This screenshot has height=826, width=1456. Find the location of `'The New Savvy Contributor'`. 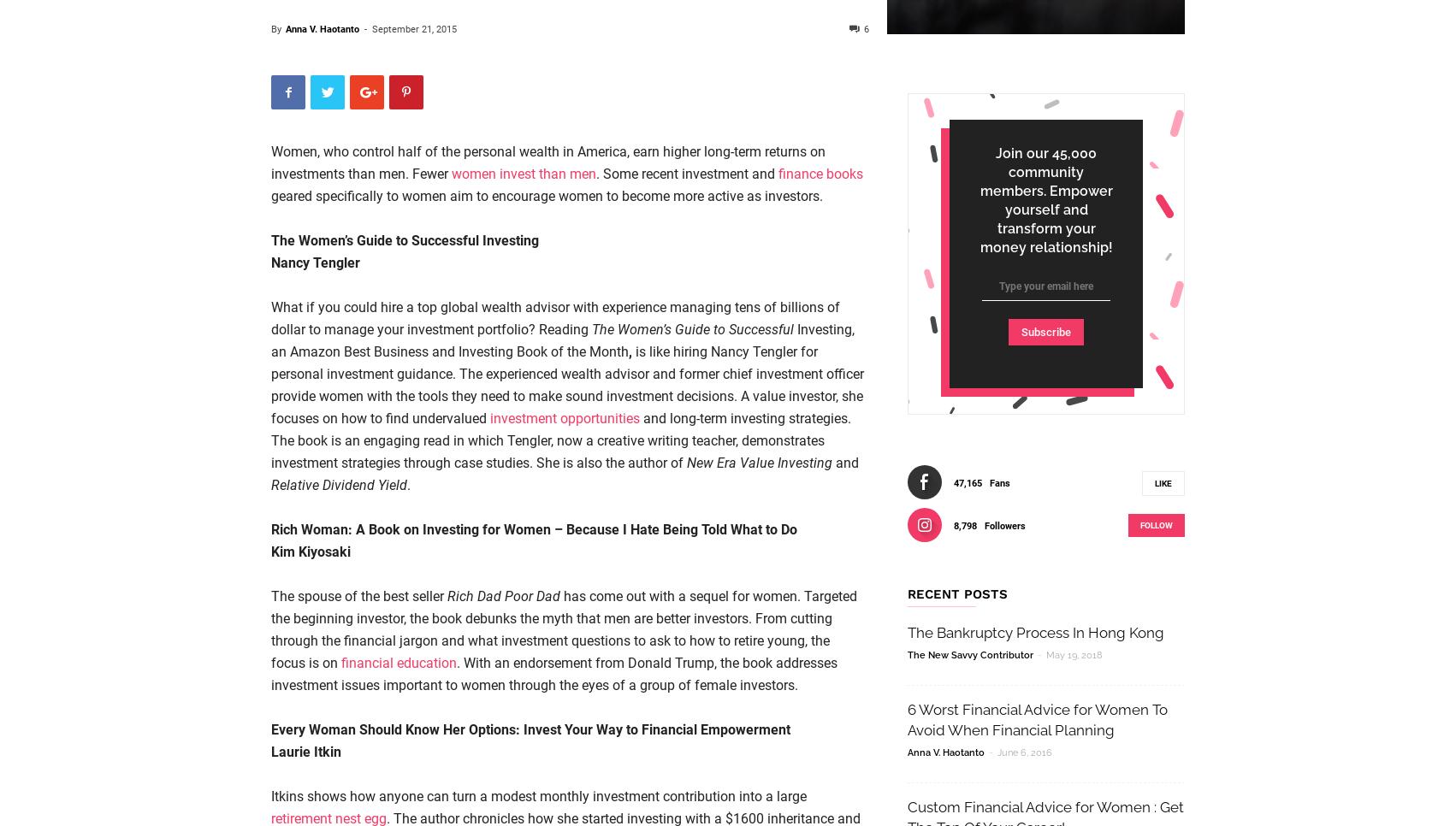

'The New Savvy Contributor' is located at coordinates (969, 654).